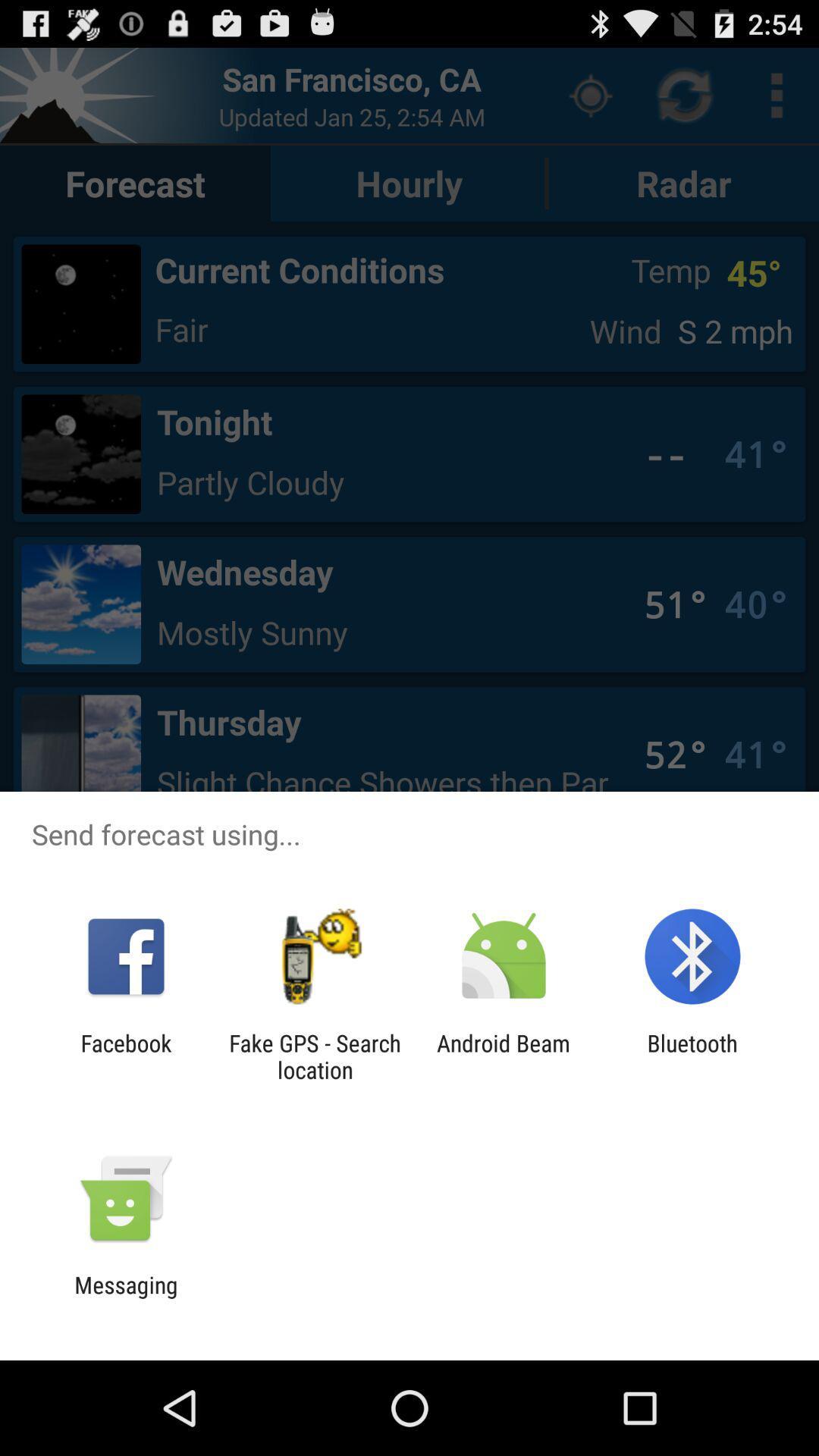 This screenshot has width=819, height=1456. I want to click on app to the left of fake gps search, so click(125, 1056).